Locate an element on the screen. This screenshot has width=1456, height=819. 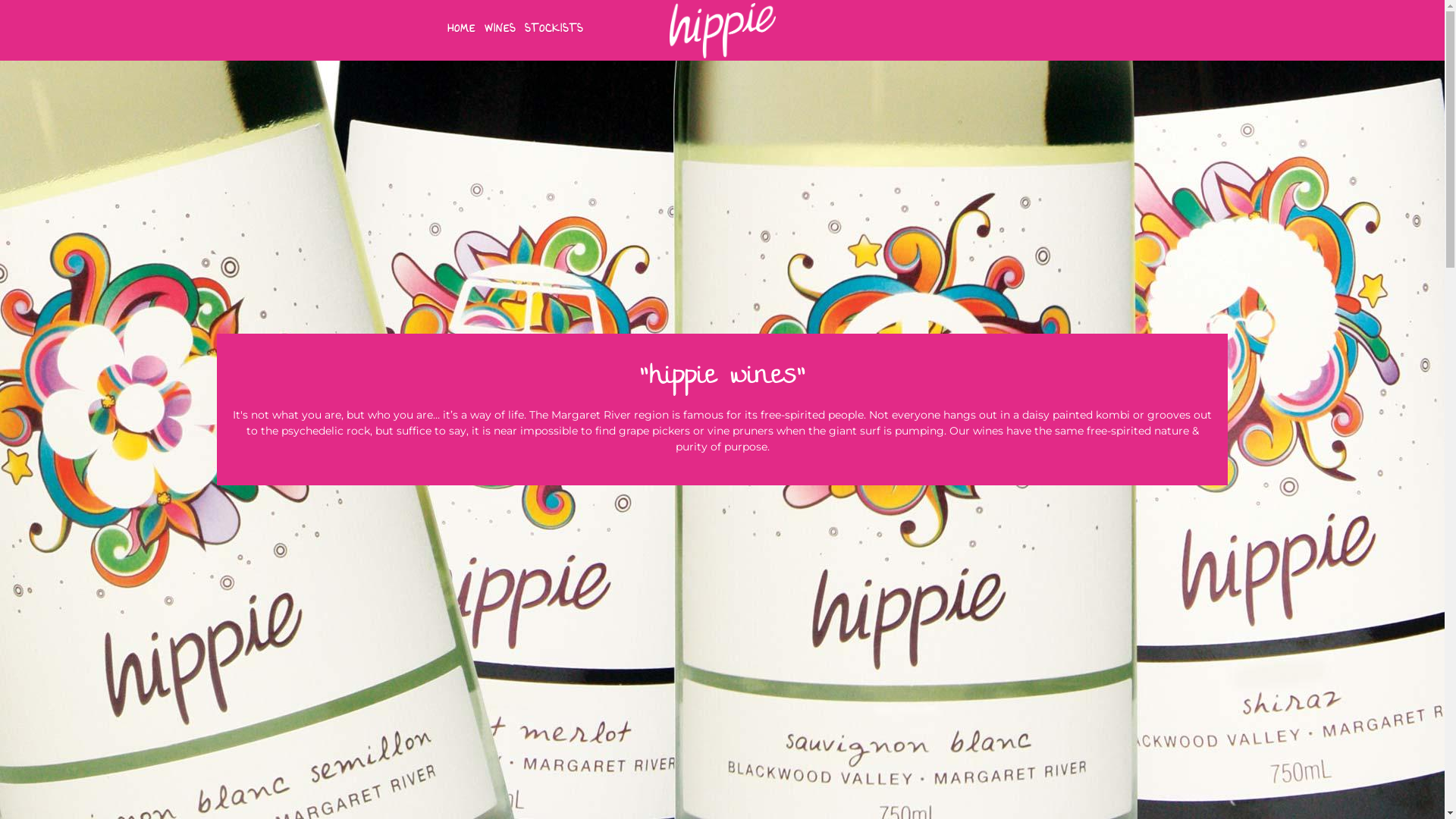
'STOCKISTS' is located at coordinates (552, 29).